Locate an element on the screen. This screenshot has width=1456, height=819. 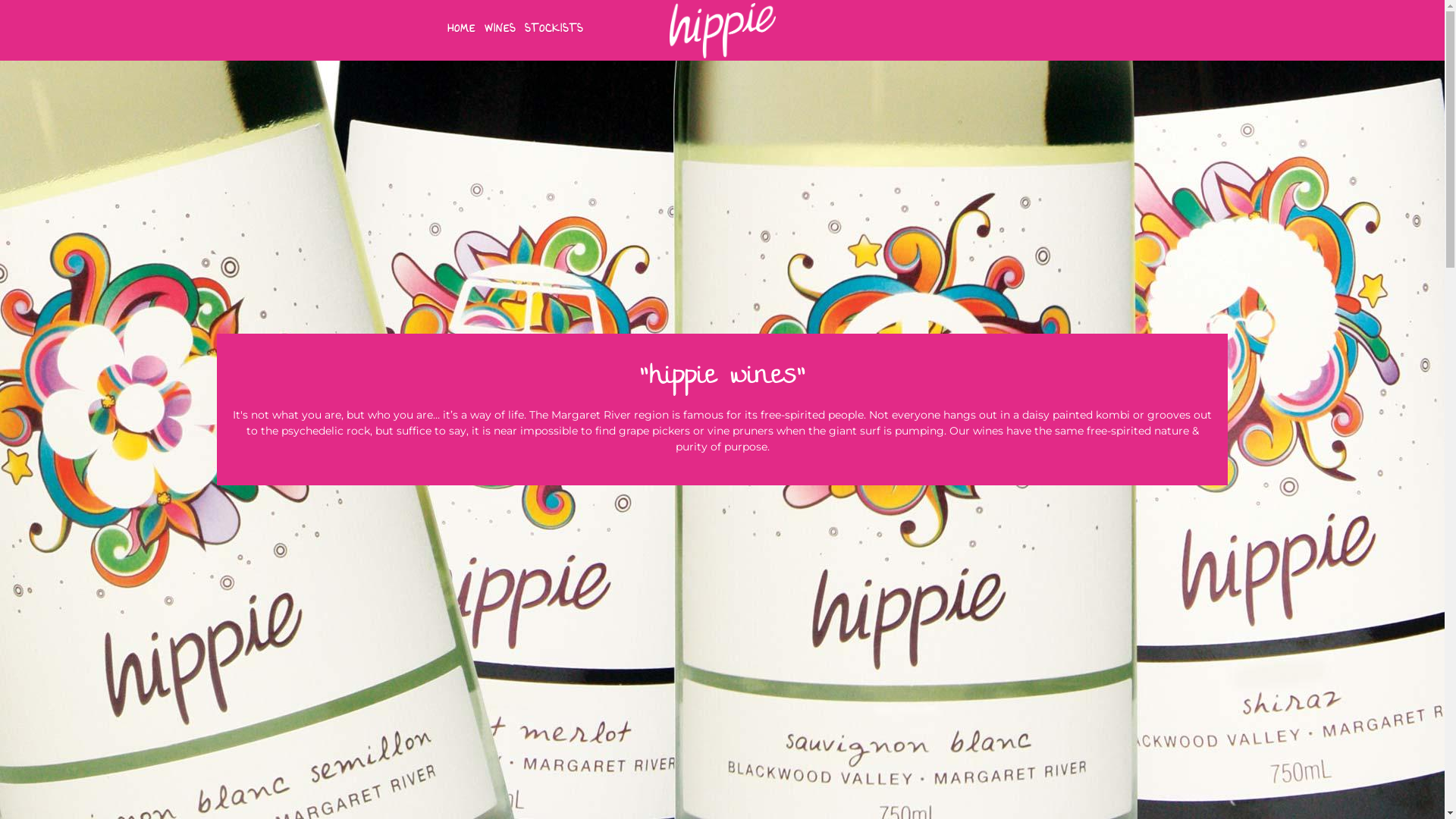
'STOCKISTS' is located at coordinates (552, 29).